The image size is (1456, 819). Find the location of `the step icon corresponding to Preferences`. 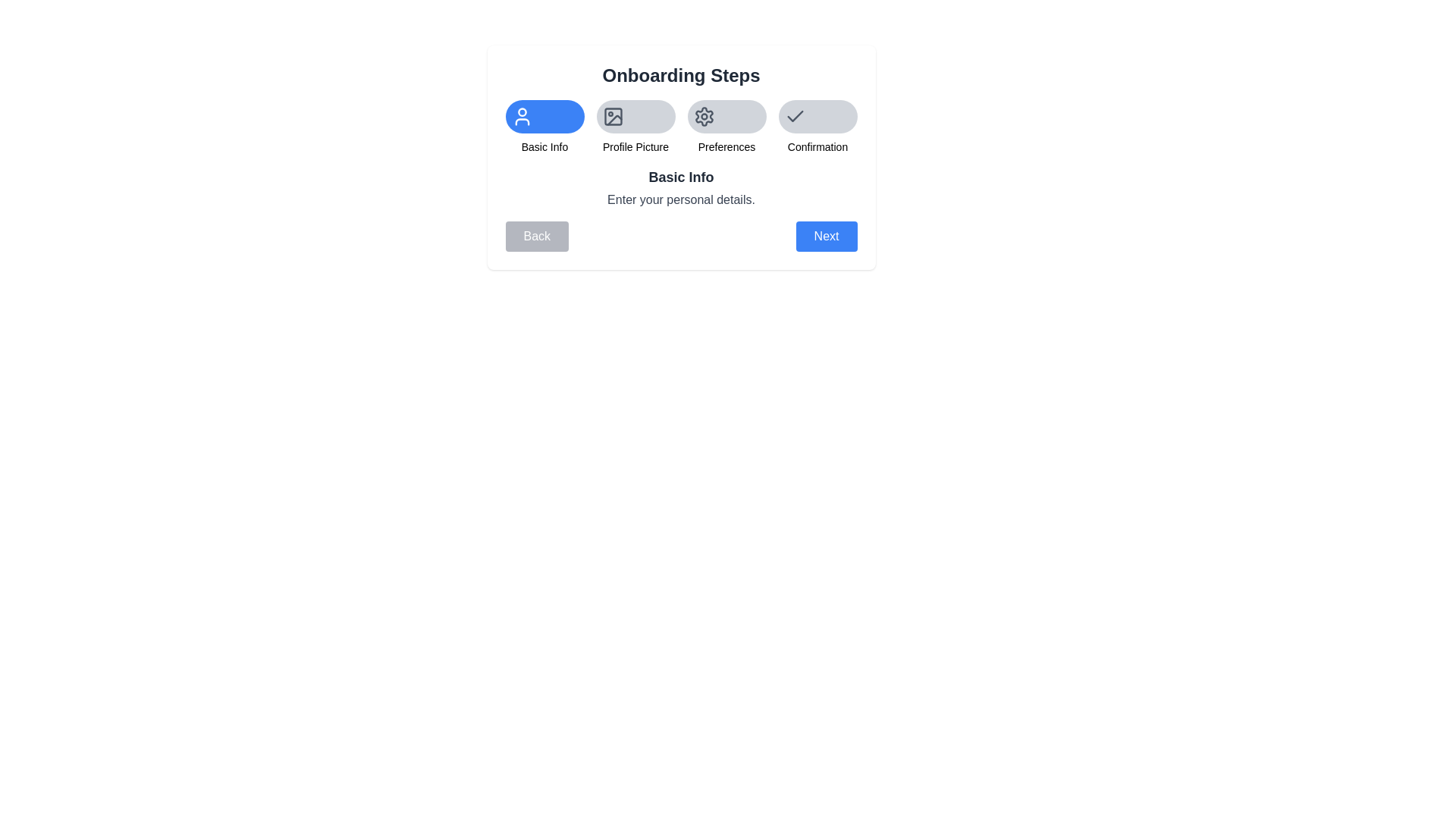

the step icon corresponding to Preferences is located at coordinates (726, 116).